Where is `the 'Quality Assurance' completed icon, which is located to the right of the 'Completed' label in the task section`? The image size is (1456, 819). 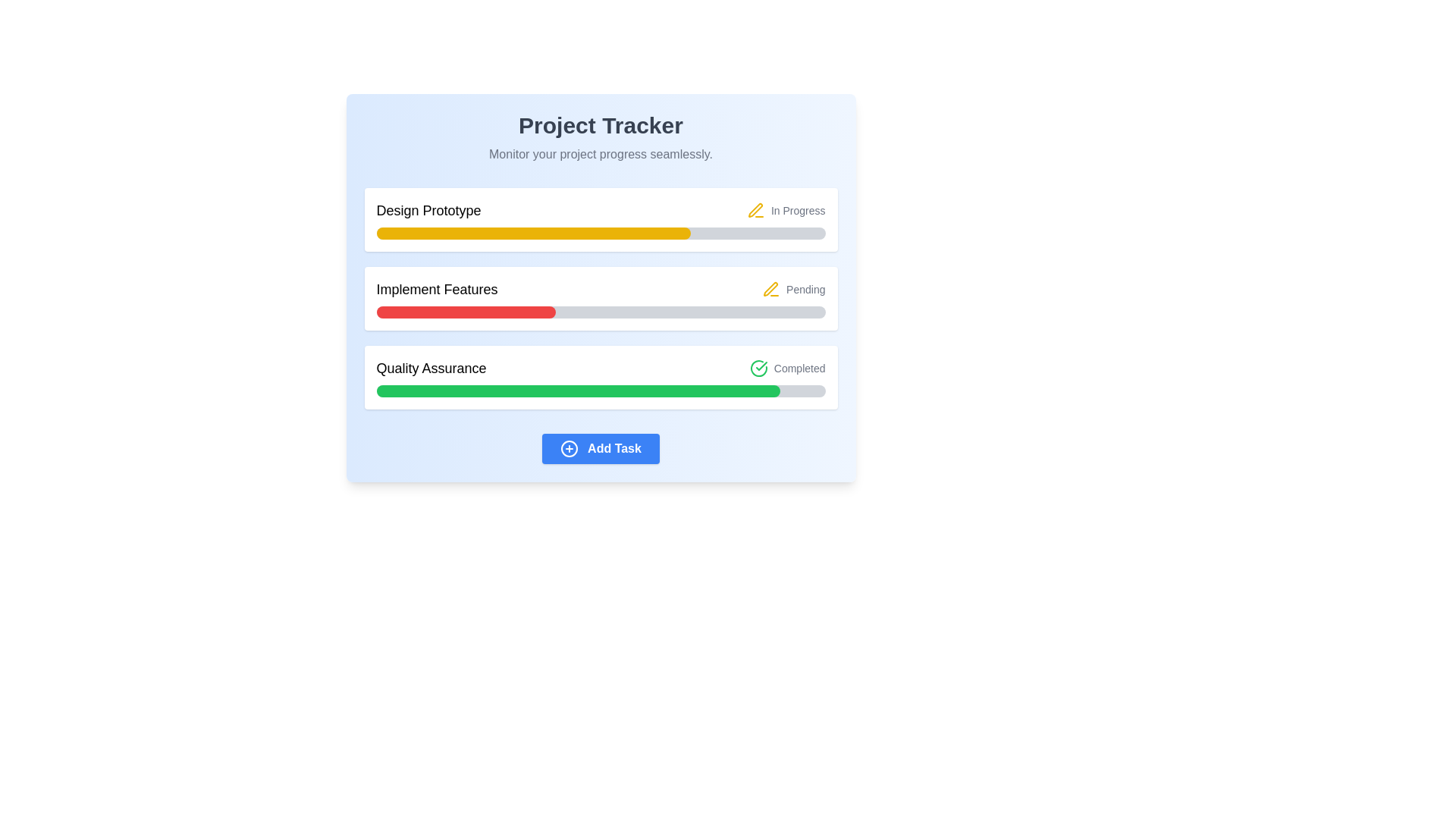 the 'Quality Assurance' completed icon, which is located to the right of the 'Completed' label in the task section is located at coordinates (758, 369).